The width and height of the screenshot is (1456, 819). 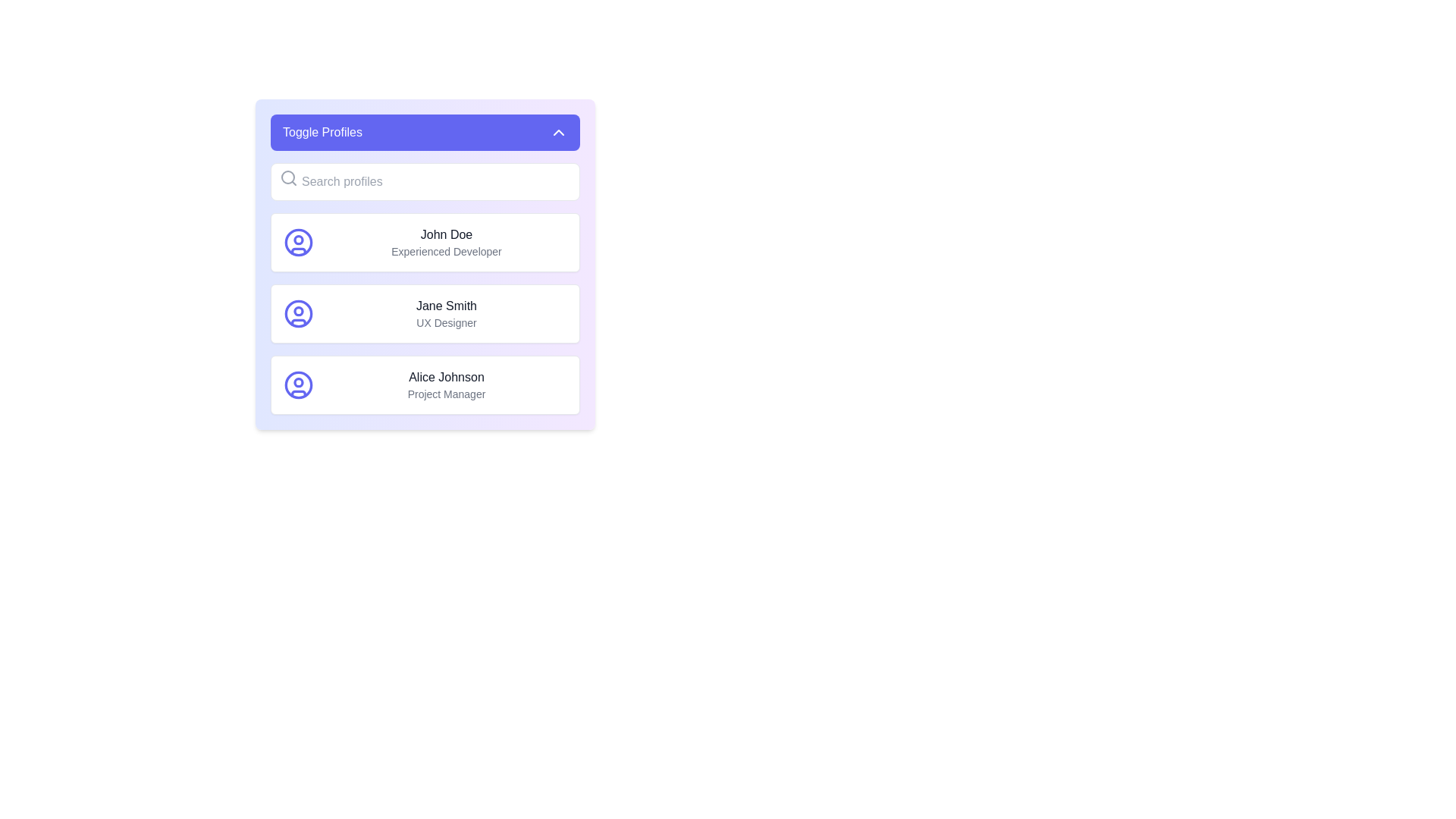 What do you see at coordinates (298, 393) in the screenshot?
I see `the lower portion of the user profile icon representing Alice Johnson in the SVG graphic` at bounding box center [298, 393].